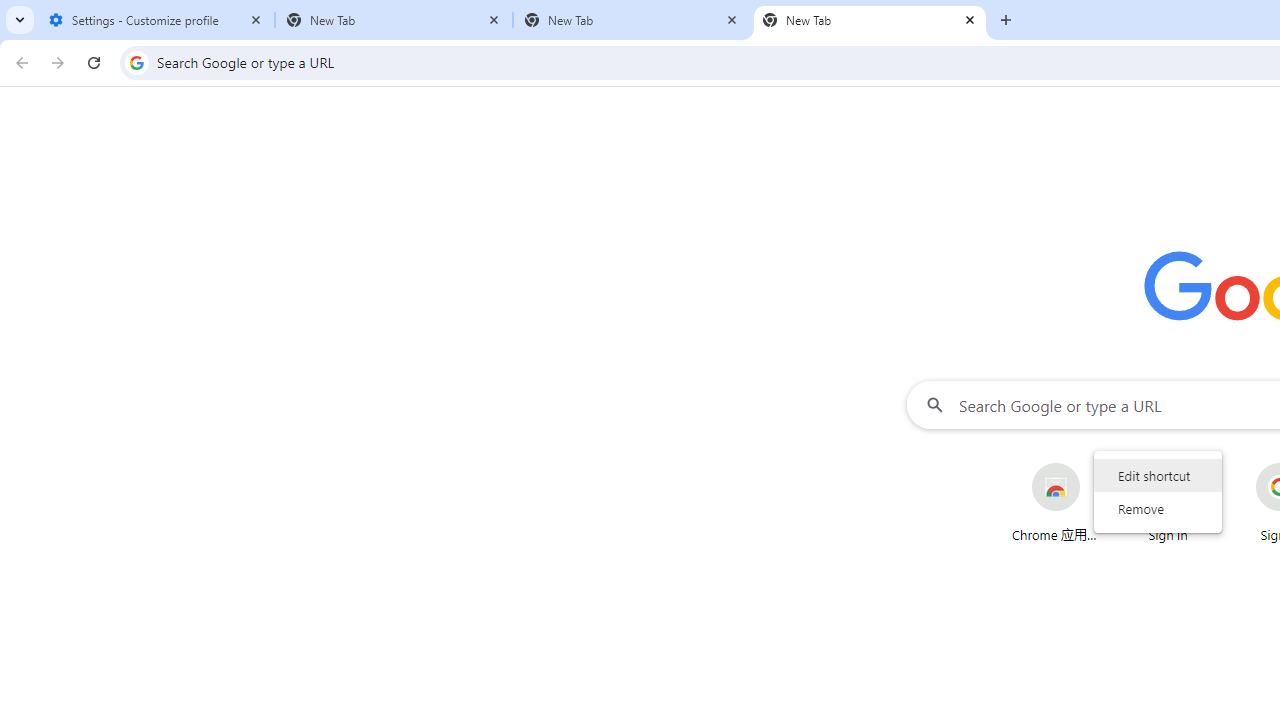  Describe the element at coordinates (1158, 507) in the screenshot. I see `'Remove'` at that location.